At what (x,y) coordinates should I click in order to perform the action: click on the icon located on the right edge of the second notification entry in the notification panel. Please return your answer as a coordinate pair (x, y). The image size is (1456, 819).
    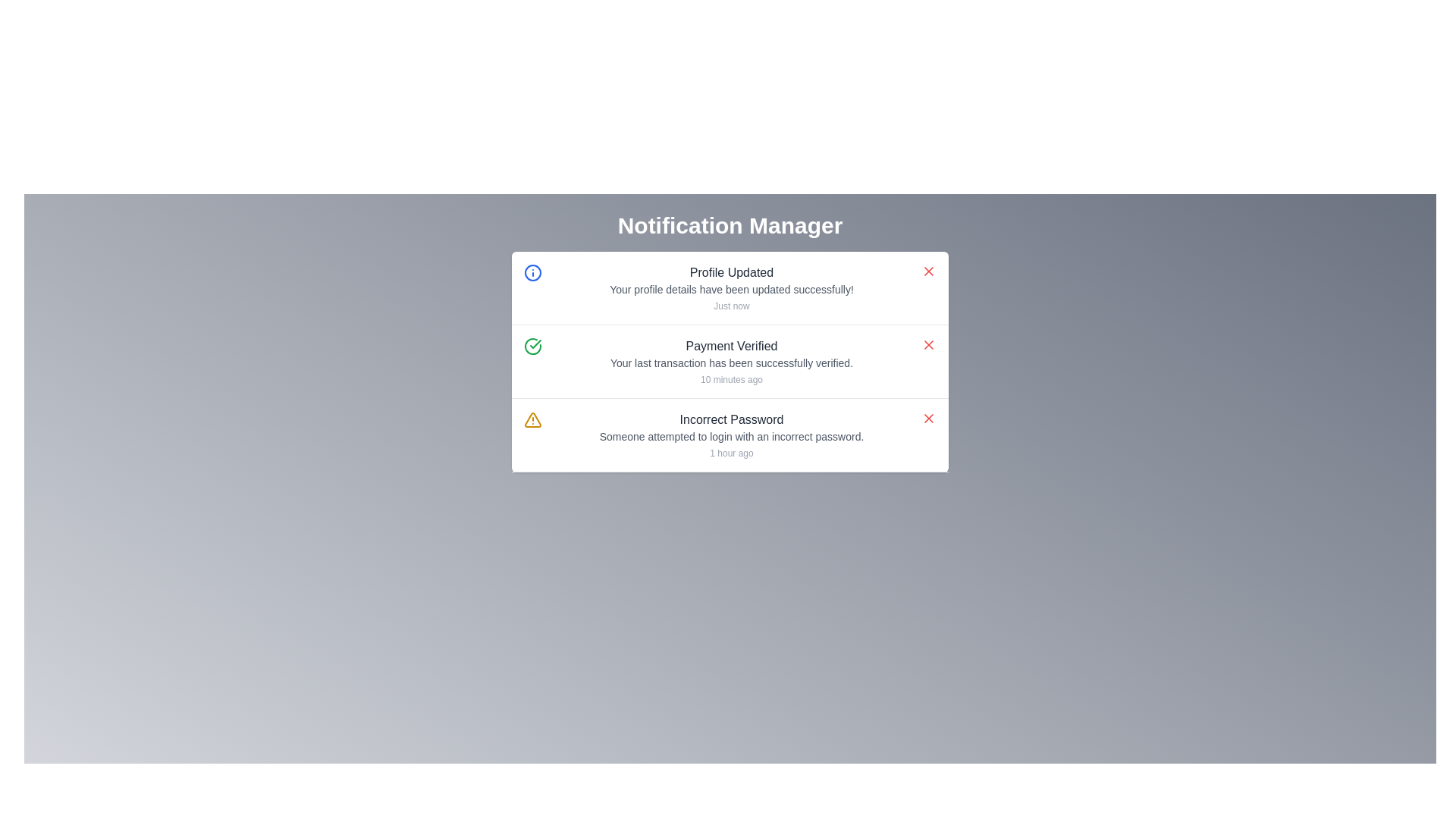
    Looking at the image, I should click on (927, 345).